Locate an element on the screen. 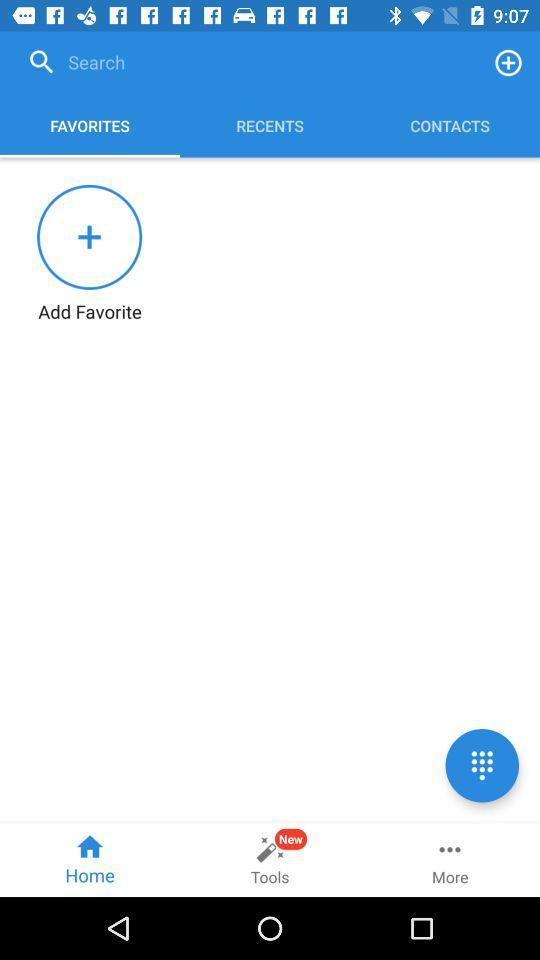 Image resolution: width=540 pixels, height=960 pixels. favorite is located at coordinates (508, 62).